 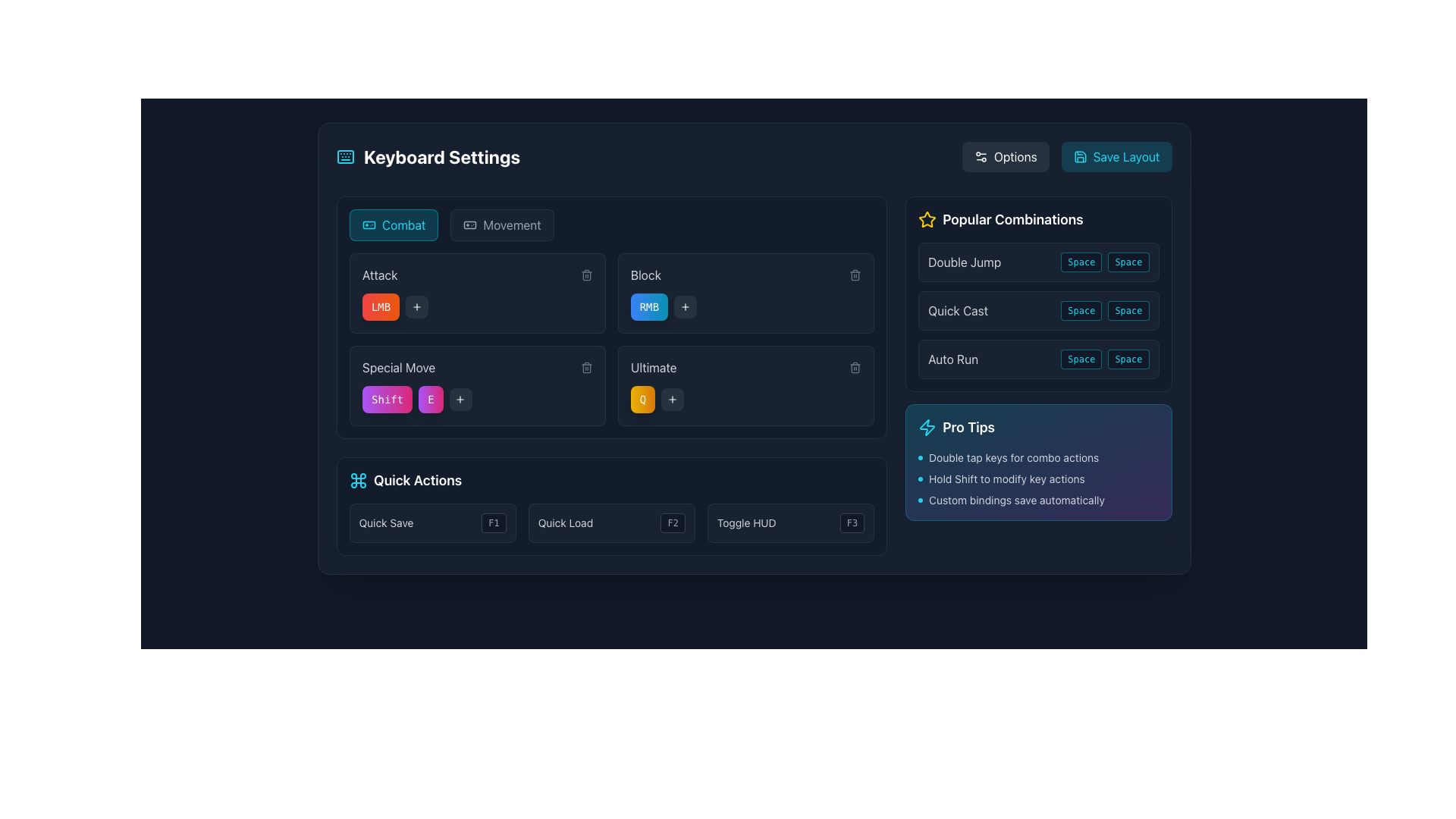 I want to click on displayed text of the 'Space' key combination element located in the 'Popular Combinations' section, which is the second element in the row under the 'Quick Cast' label, so click(x=1105, y=309).